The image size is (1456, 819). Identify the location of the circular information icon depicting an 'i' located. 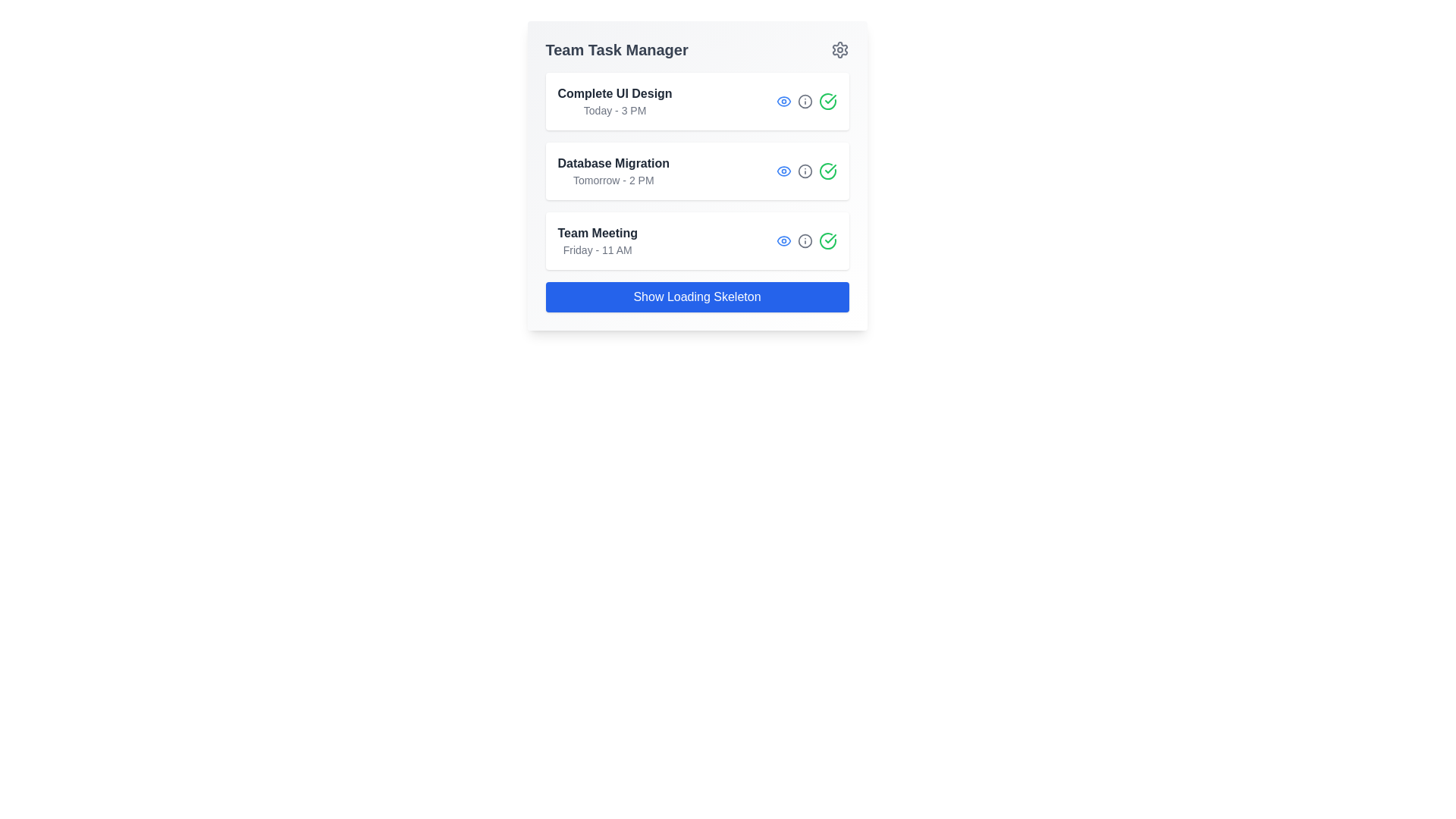
(804, 102).